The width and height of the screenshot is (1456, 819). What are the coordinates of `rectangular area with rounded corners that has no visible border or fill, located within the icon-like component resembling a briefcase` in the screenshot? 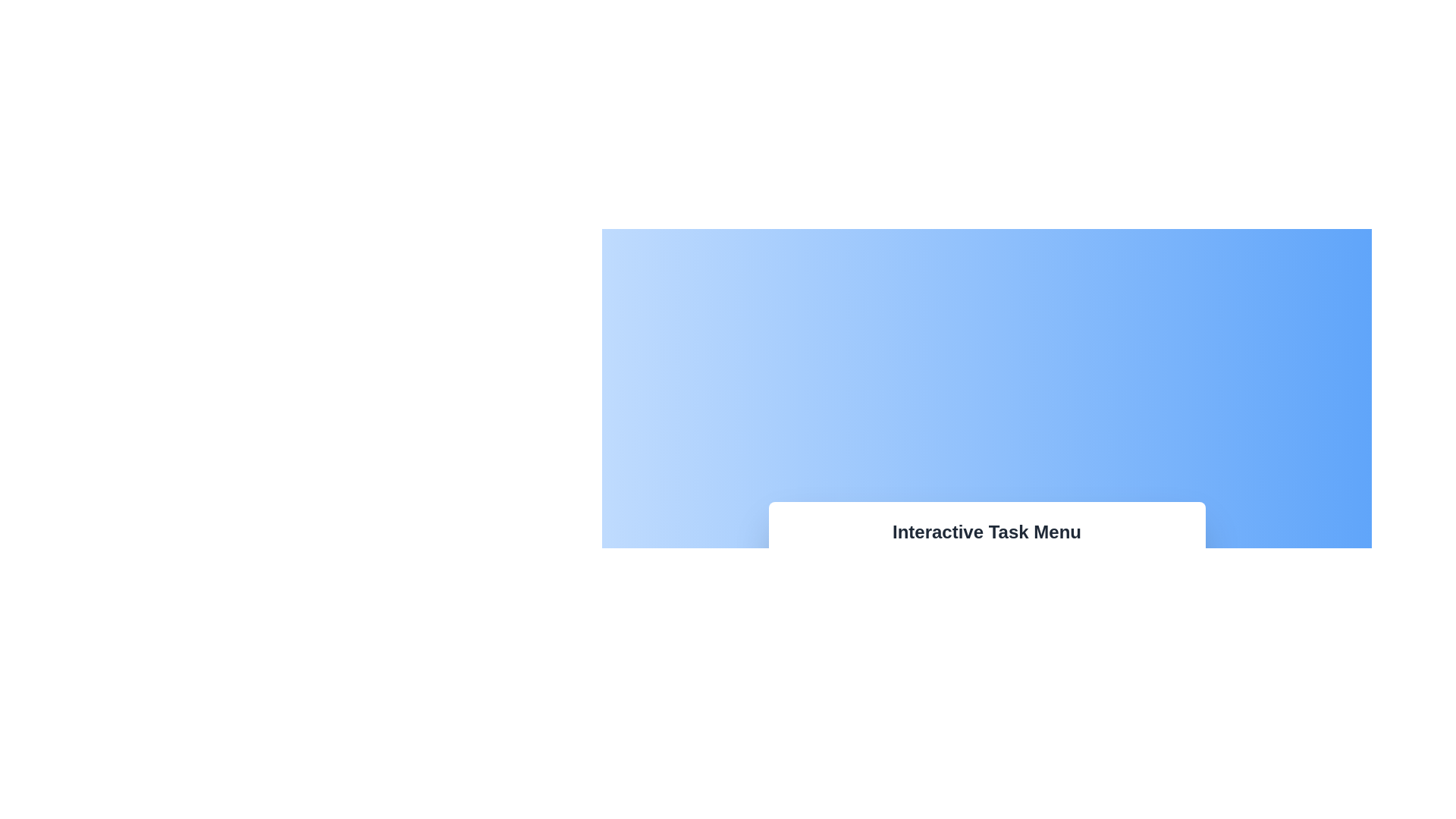 It's located at (807, 581).